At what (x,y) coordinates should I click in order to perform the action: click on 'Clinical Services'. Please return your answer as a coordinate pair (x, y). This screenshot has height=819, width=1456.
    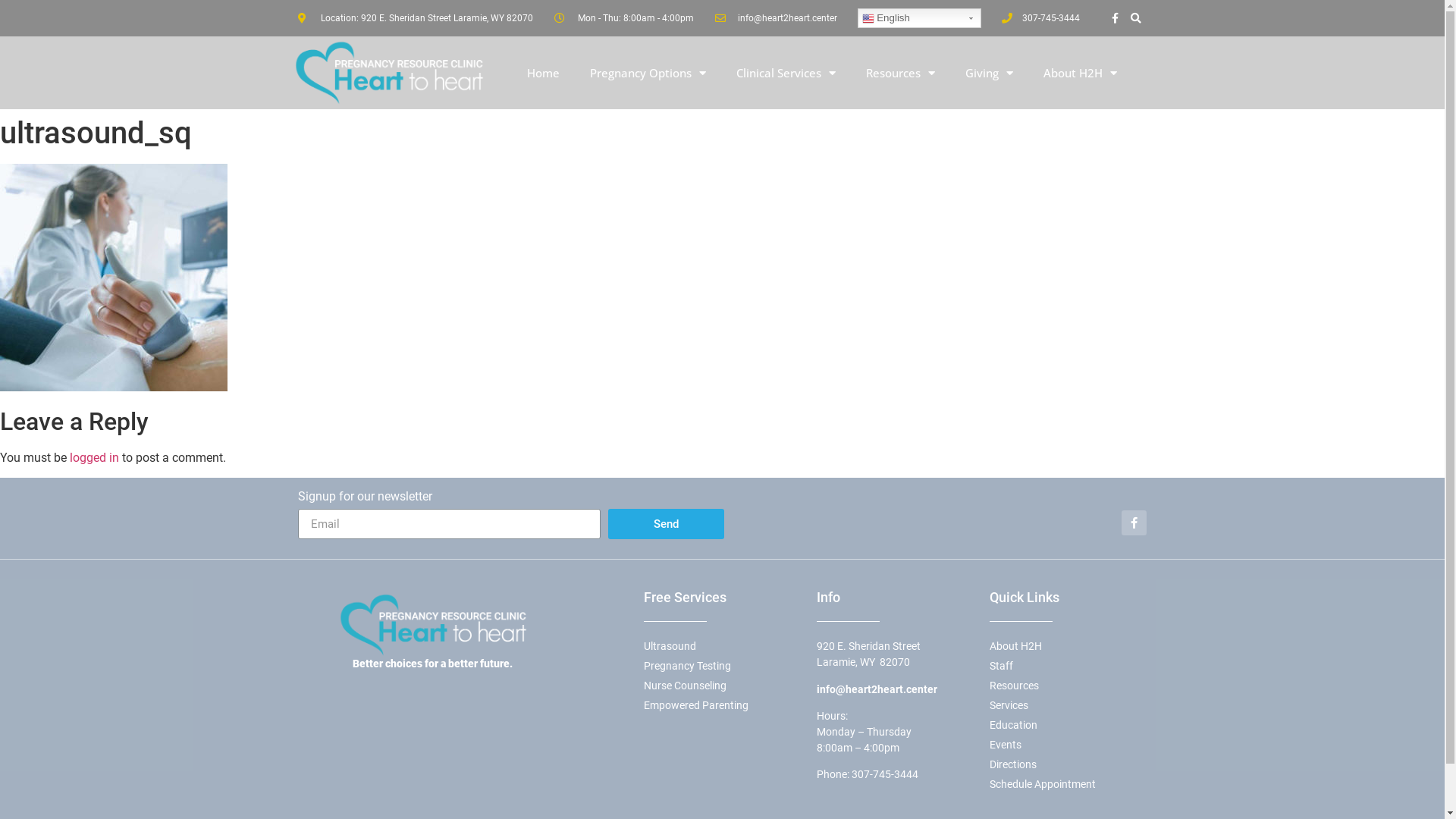
    Looking at the image, I should click on (786, 73).